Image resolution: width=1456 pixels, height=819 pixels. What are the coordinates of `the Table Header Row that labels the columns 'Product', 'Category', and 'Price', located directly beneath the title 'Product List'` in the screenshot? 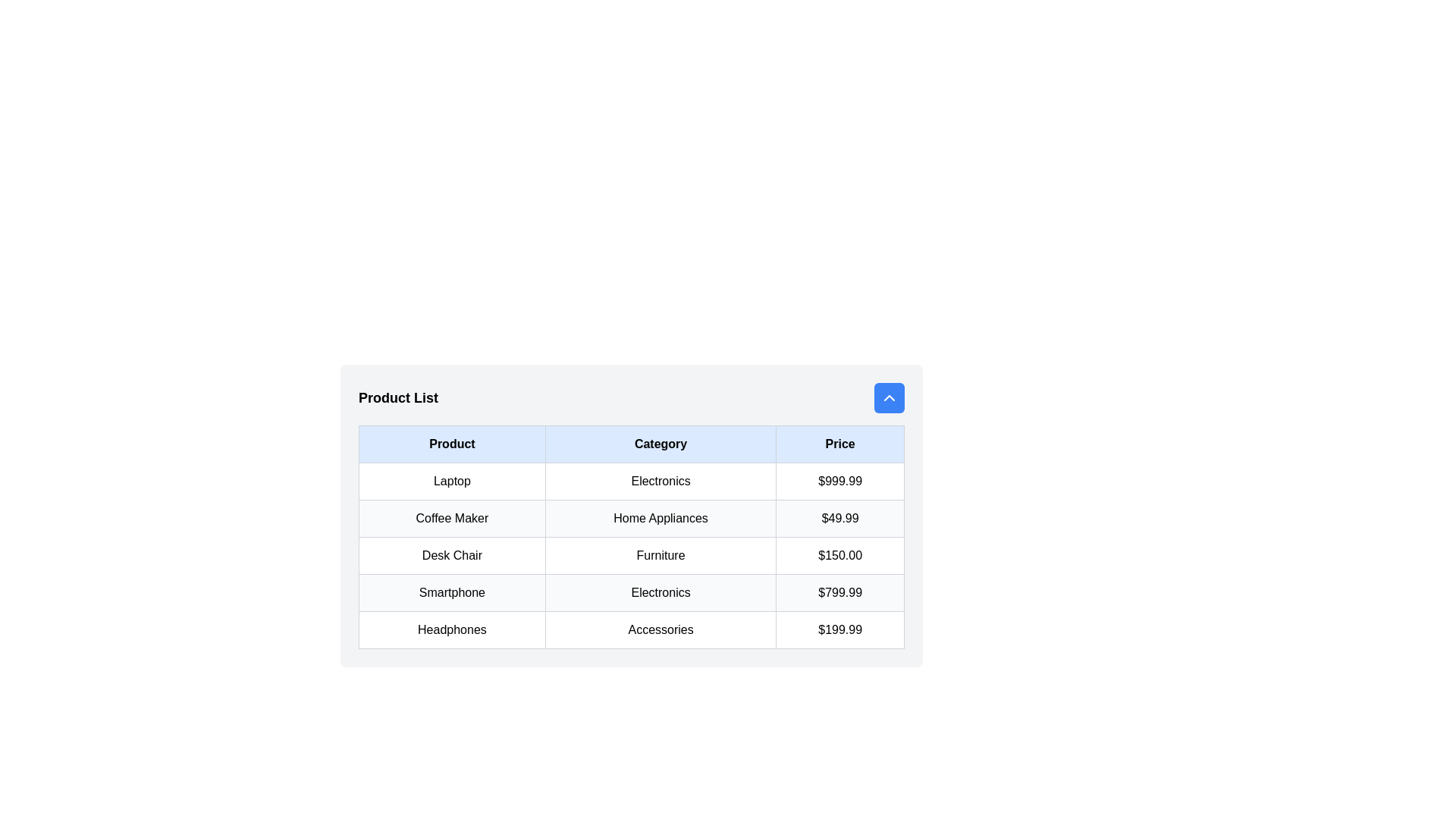 It's located at (632, 444).